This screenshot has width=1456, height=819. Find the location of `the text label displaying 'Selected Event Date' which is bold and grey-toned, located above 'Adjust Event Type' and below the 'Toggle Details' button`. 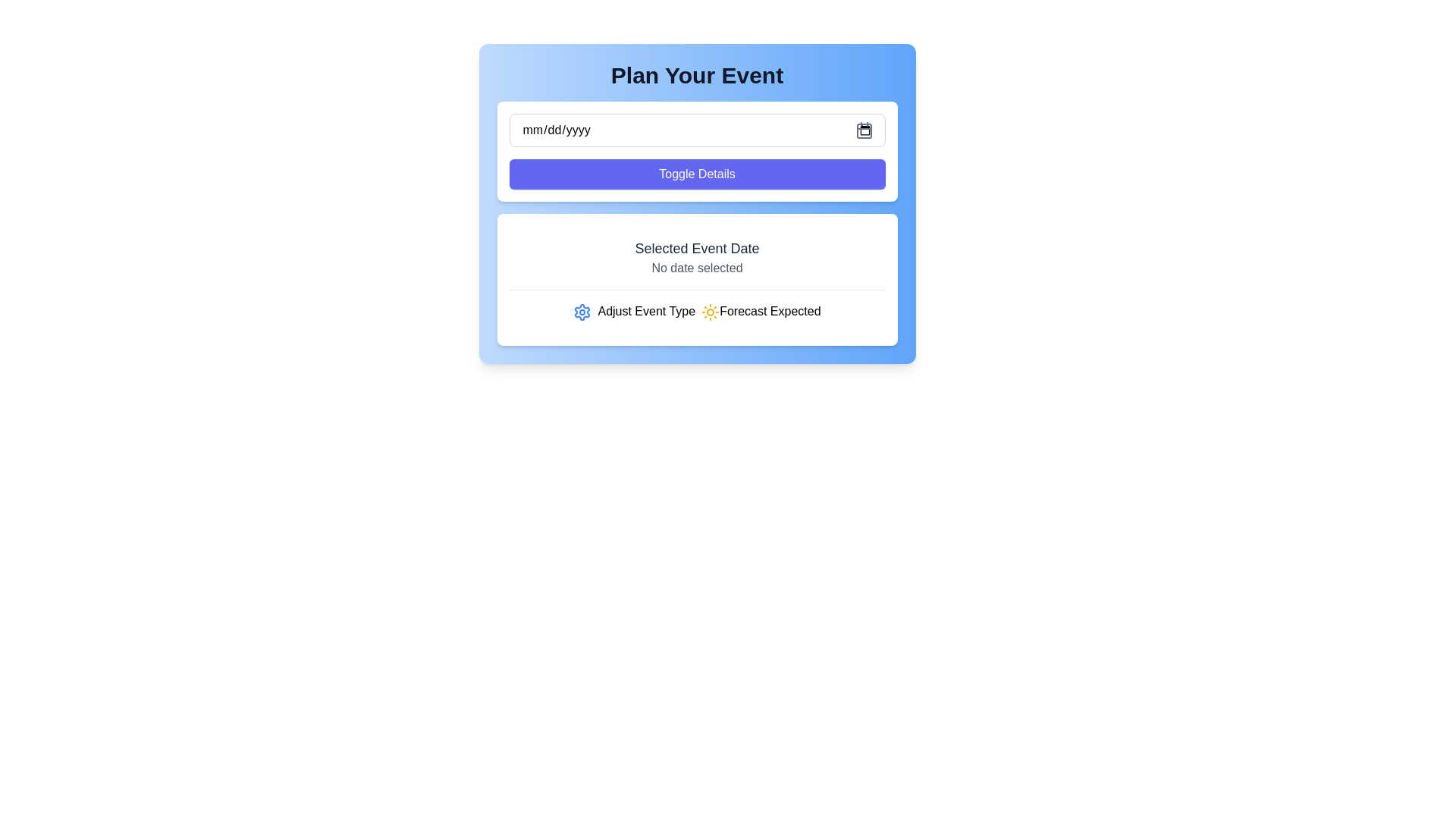

the text label displaying 'Selected Event Date' which is bold and grey-toned, located above 'Adjust Event Type' and below the 'Toggle Details' button is located at coordinates (696, 256).